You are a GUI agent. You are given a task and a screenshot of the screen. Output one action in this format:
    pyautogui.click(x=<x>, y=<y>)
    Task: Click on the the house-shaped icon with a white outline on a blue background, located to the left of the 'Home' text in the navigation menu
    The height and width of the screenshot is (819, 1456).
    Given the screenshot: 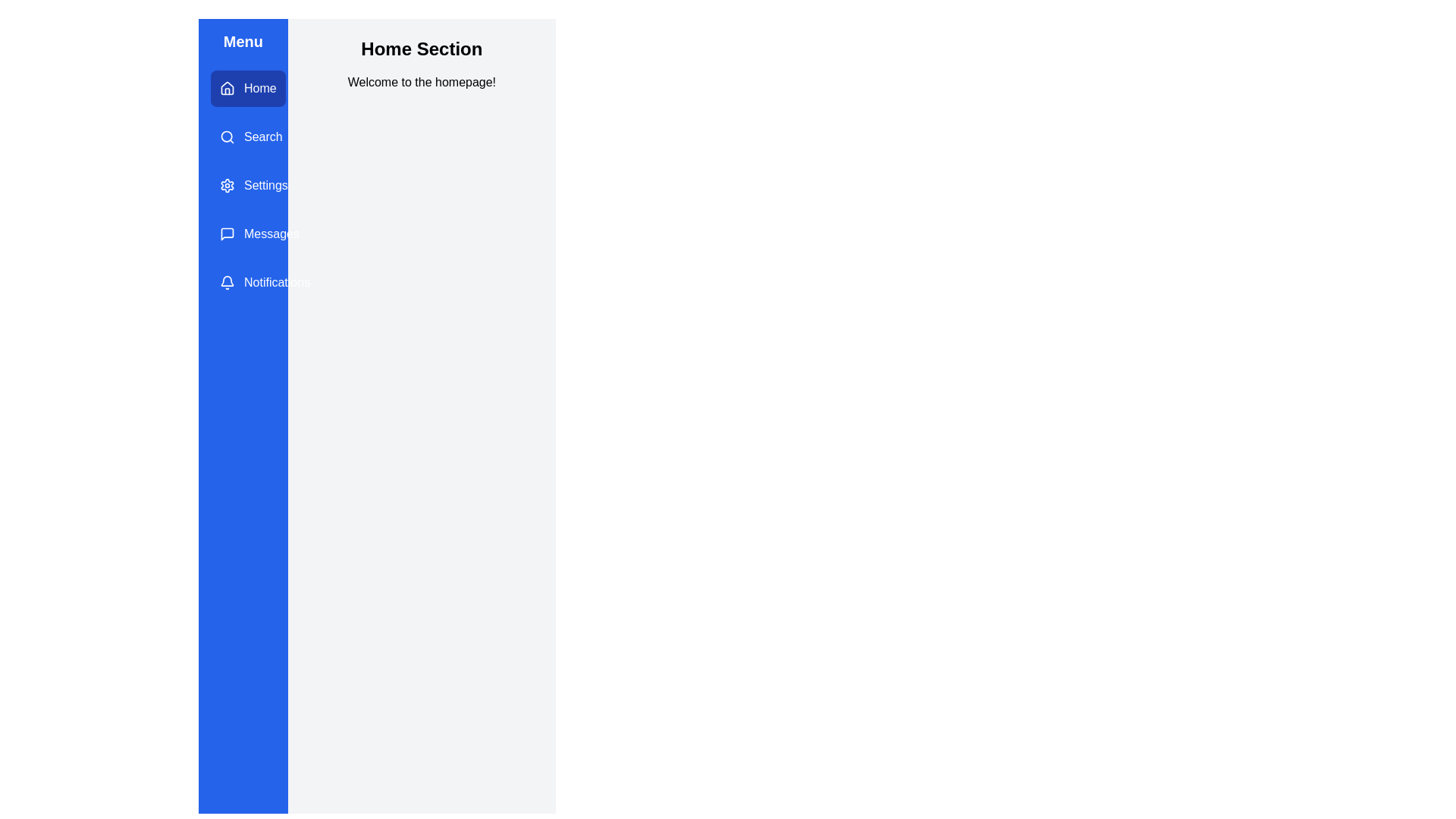 What is the action you would take?
    pyautogui.click(x=226, y=88)
    